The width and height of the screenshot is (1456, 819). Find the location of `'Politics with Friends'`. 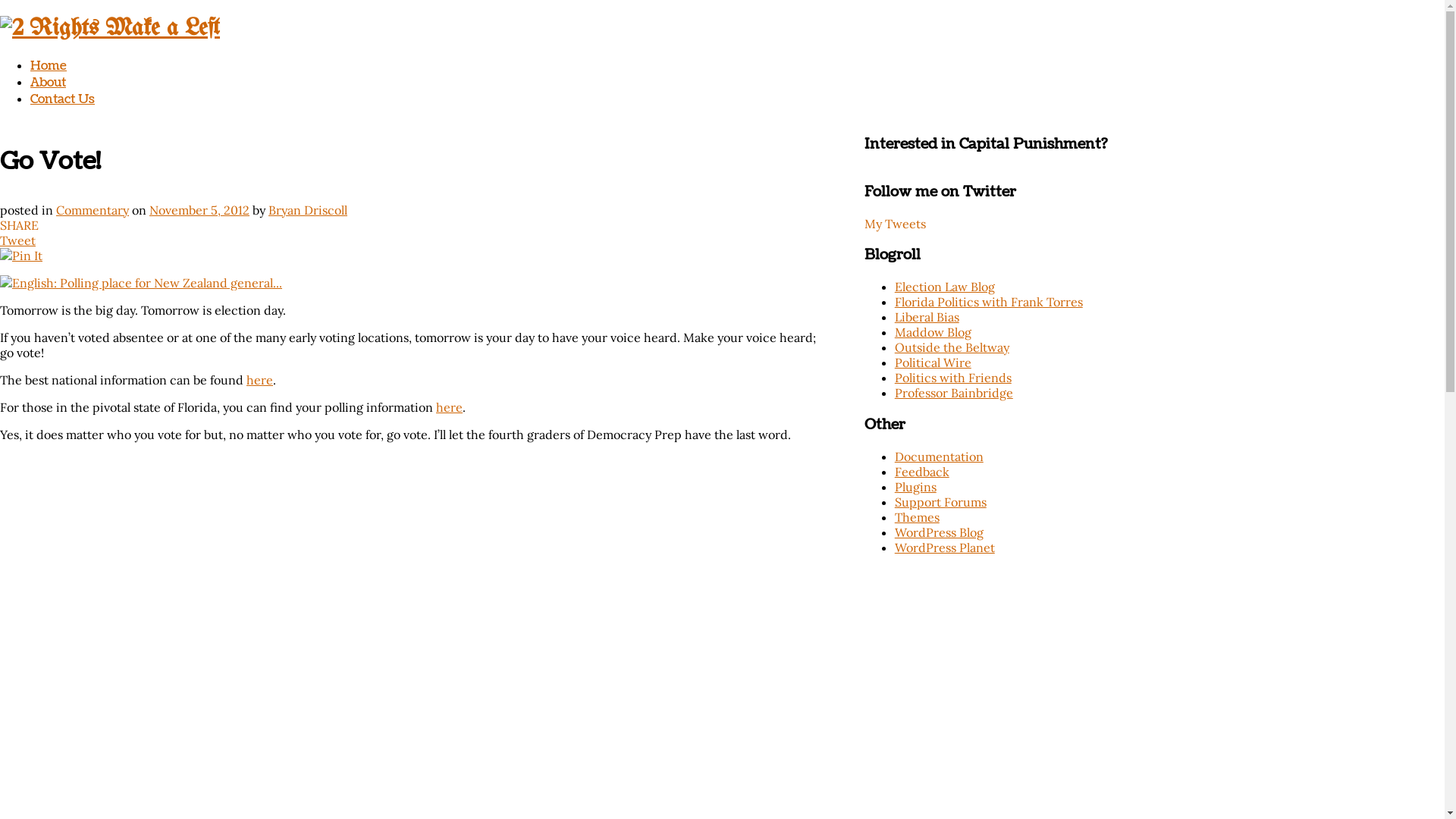

'Politics with Friends' is located at coordinates (952, 376).